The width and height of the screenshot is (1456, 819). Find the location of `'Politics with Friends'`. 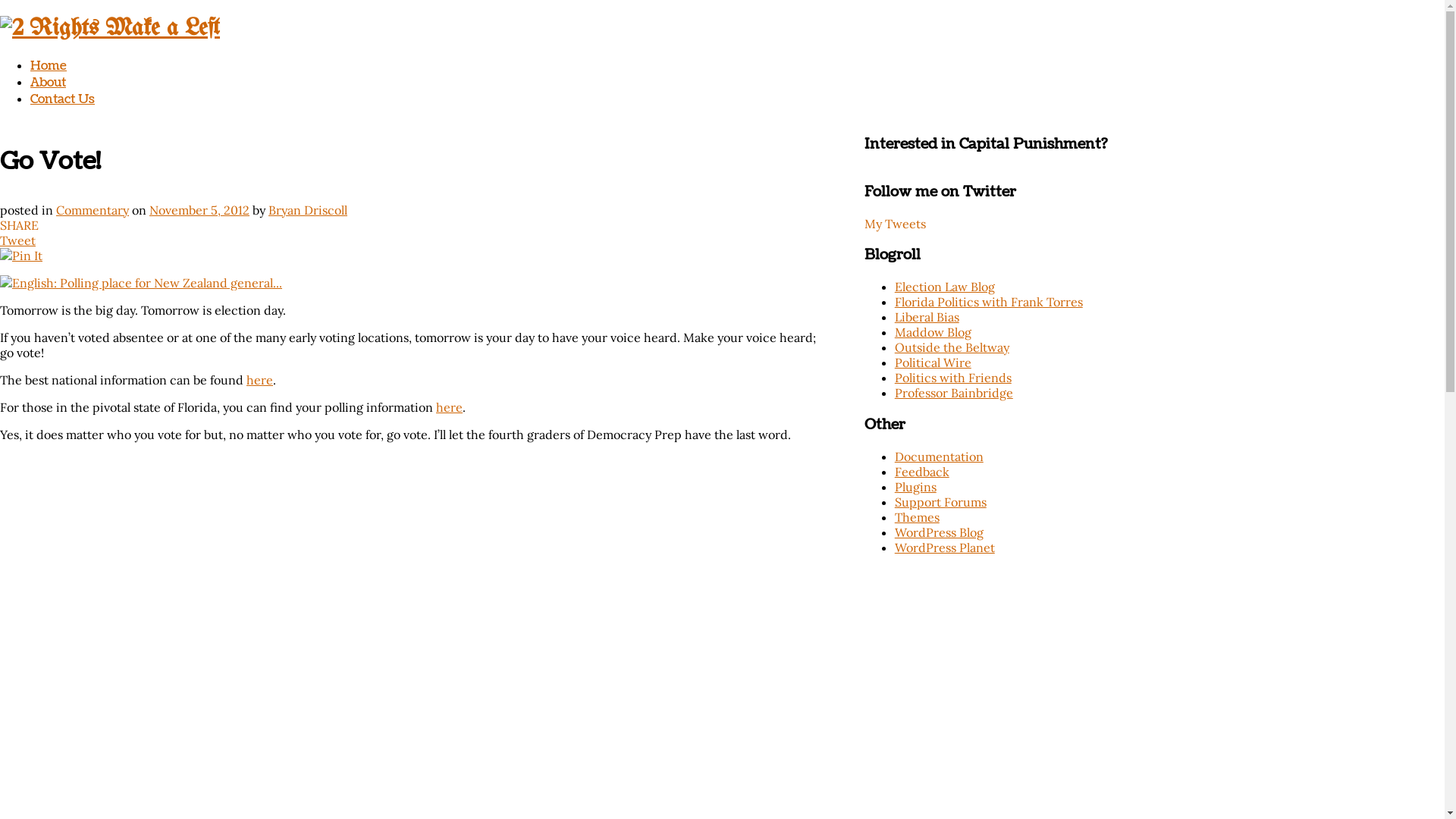

'Politics with Friends' is located at coordinates (952, 376).